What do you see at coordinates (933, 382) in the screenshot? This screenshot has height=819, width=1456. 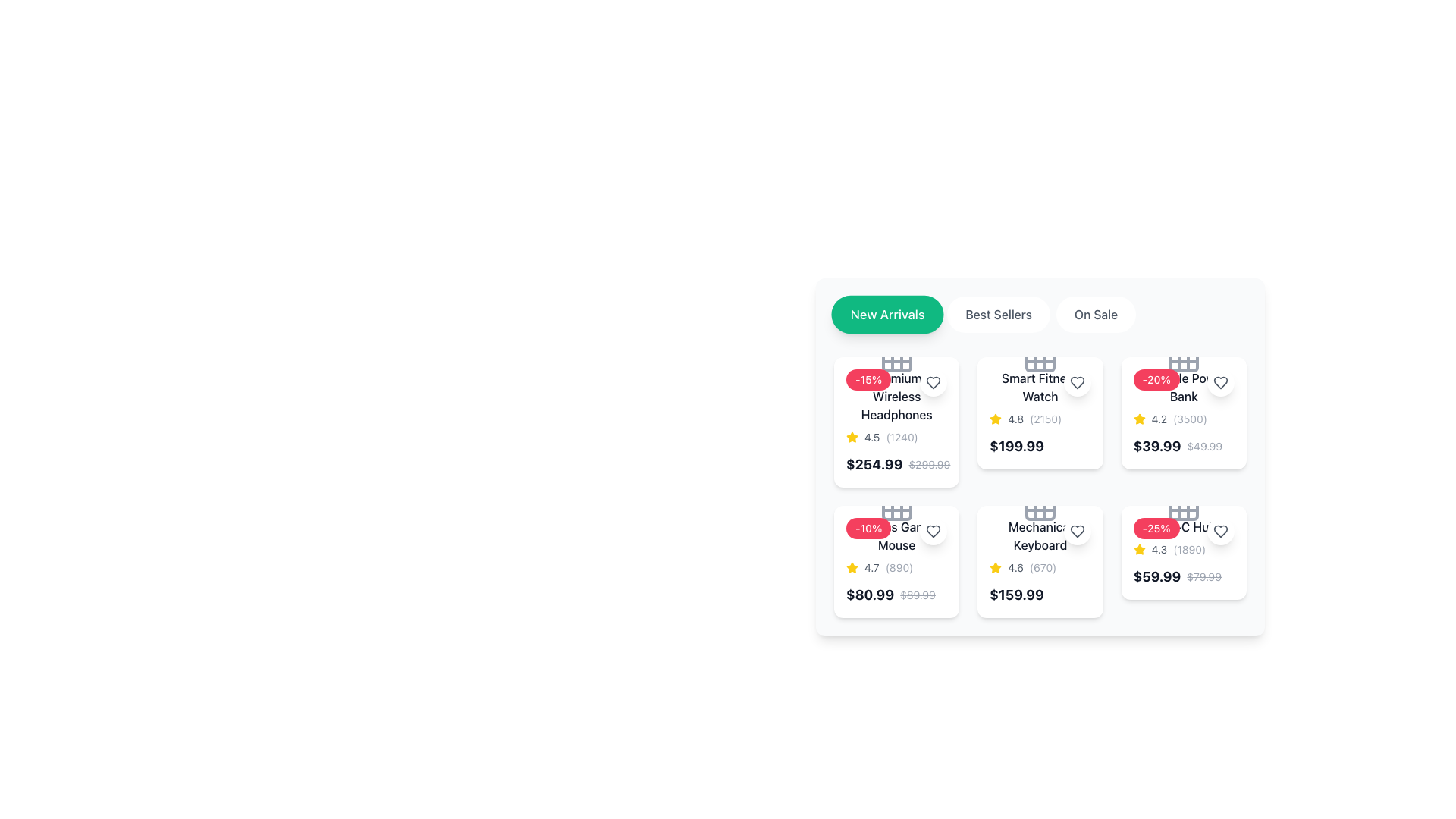 I see `the favorite/wishlist icon located in the top-right corner of the 'Premium Wireless Headphones' product card in the 'New Arrivals' section` at bounding box center [933, 382].